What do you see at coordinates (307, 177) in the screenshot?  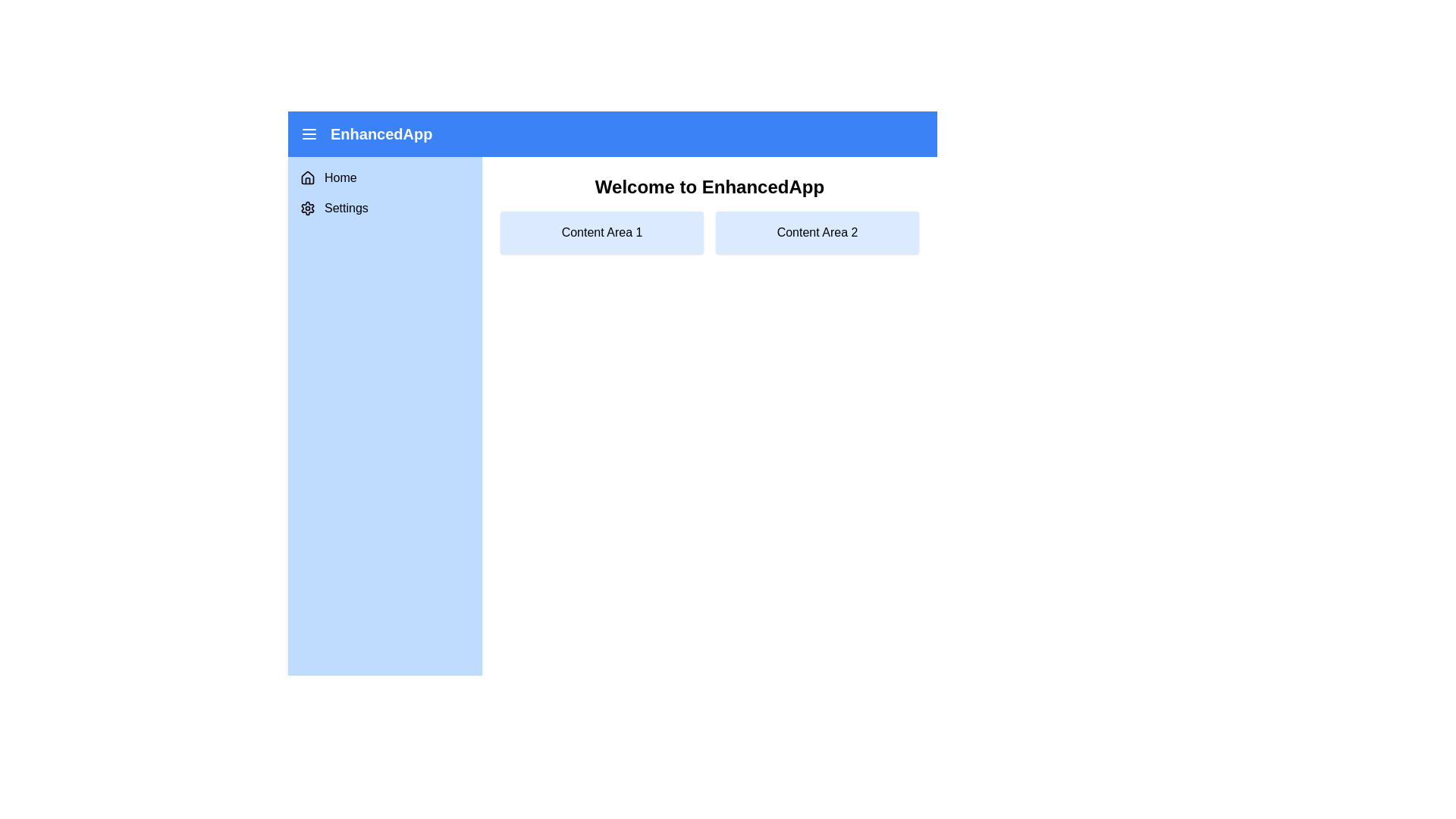 I see `the house icon located in the sidebar menu next to the 'Home' text` at bounding box center [307, 177].